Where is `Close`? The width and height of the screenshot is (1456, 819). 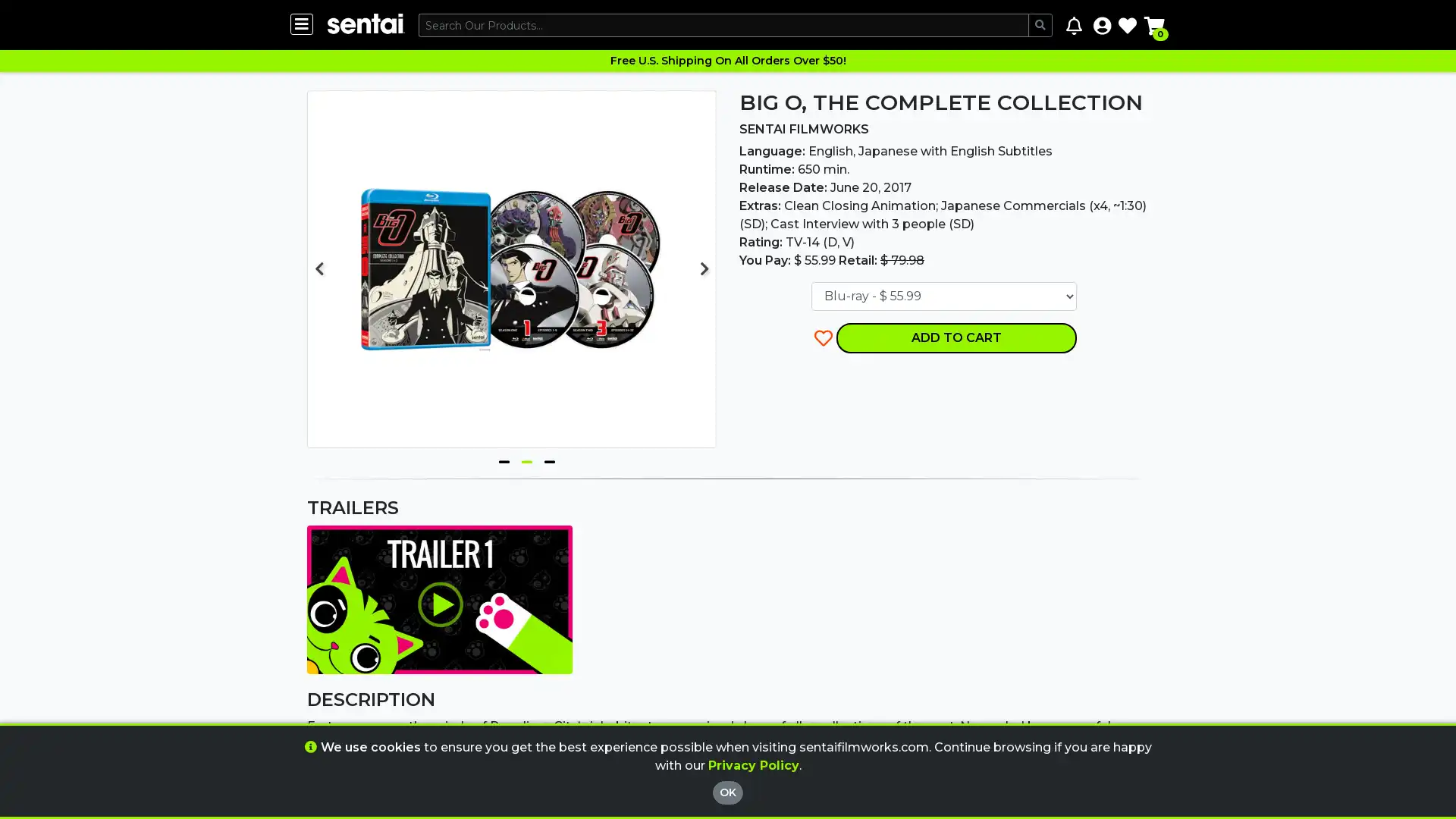 Close is located at coordinates (807, 739).